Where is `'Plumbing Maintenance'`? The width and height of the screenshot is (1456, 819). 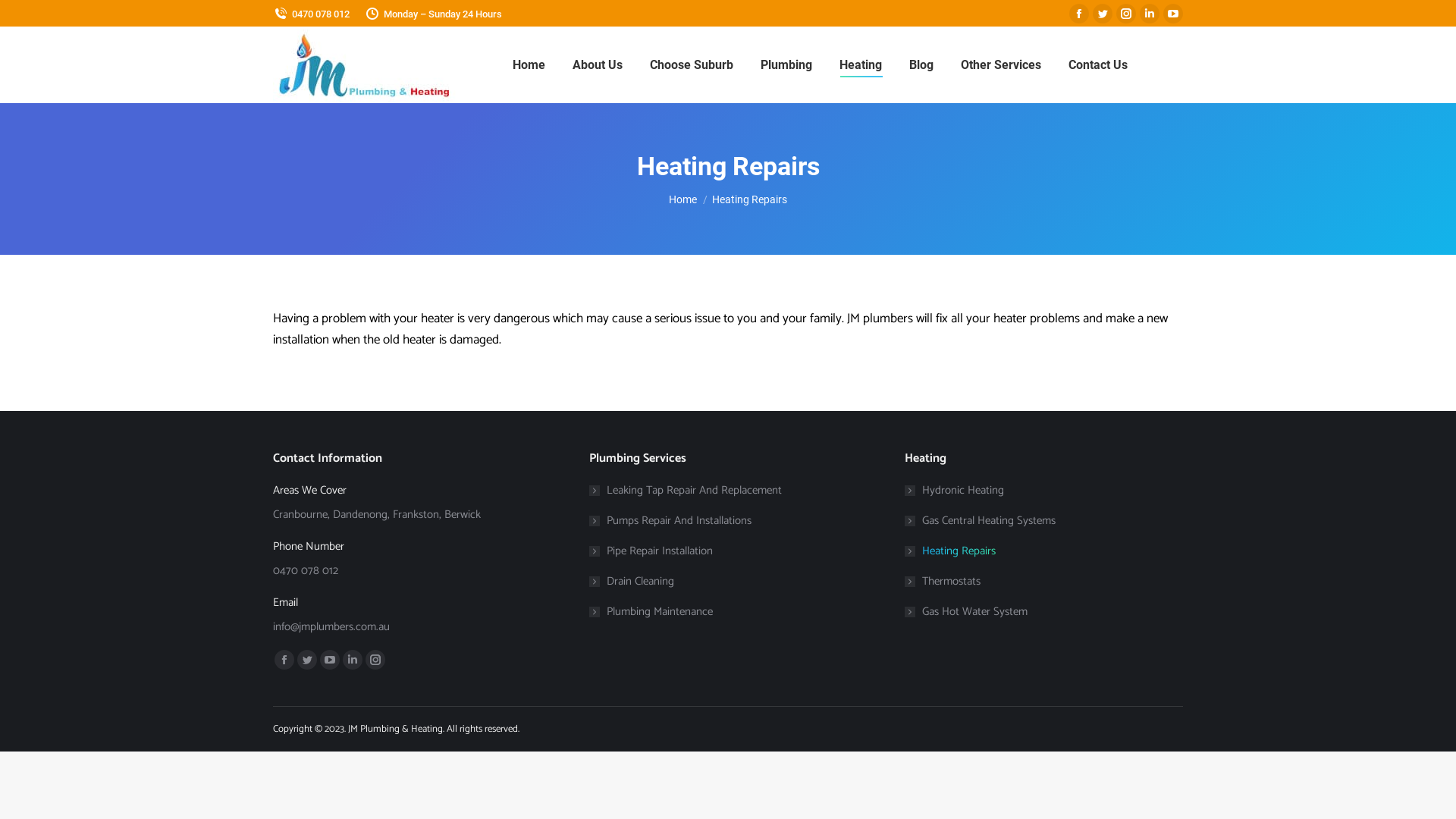
'Plumbing Maintenance' is located at coordinates (588, 610).